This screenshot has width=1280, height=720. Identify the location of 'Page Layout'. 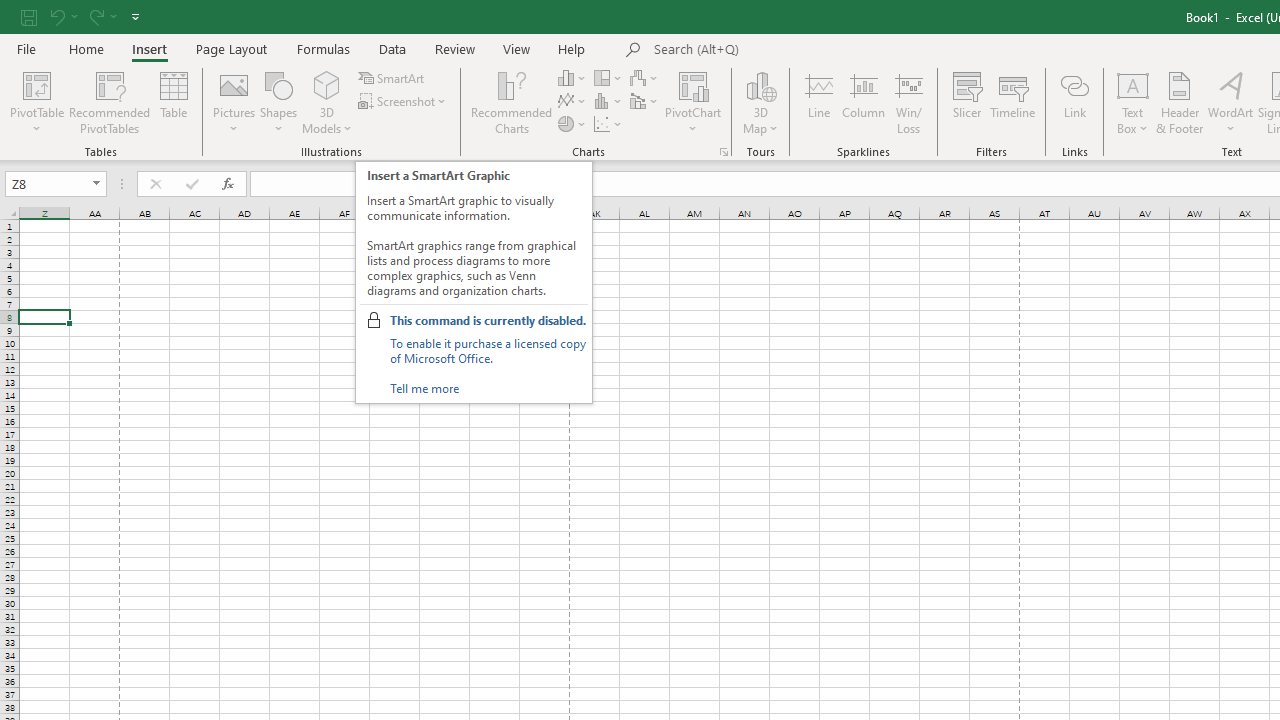
(231, 48).